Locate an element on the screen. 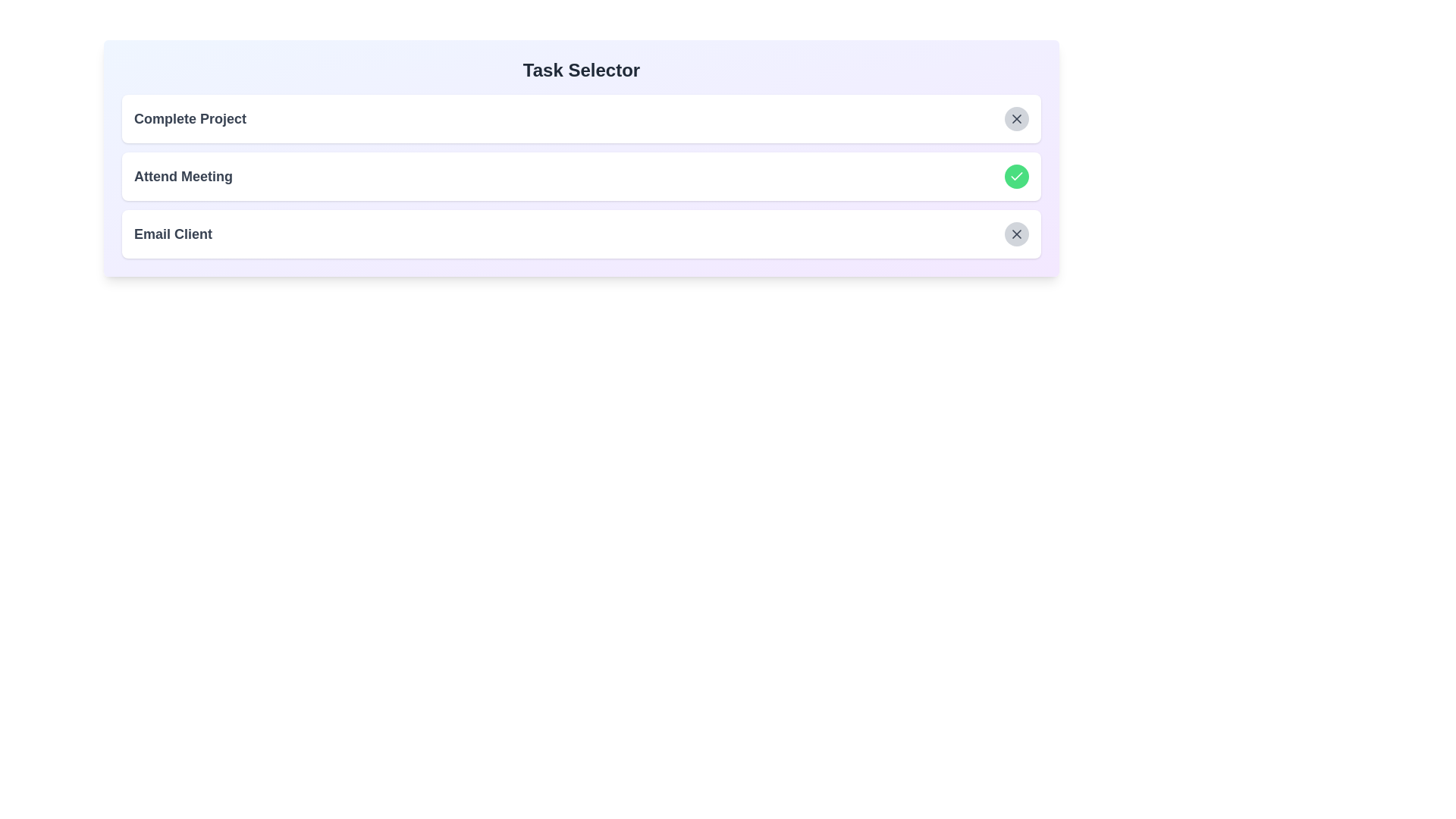  the task Complete Project is located at coordinates (1016, 118).